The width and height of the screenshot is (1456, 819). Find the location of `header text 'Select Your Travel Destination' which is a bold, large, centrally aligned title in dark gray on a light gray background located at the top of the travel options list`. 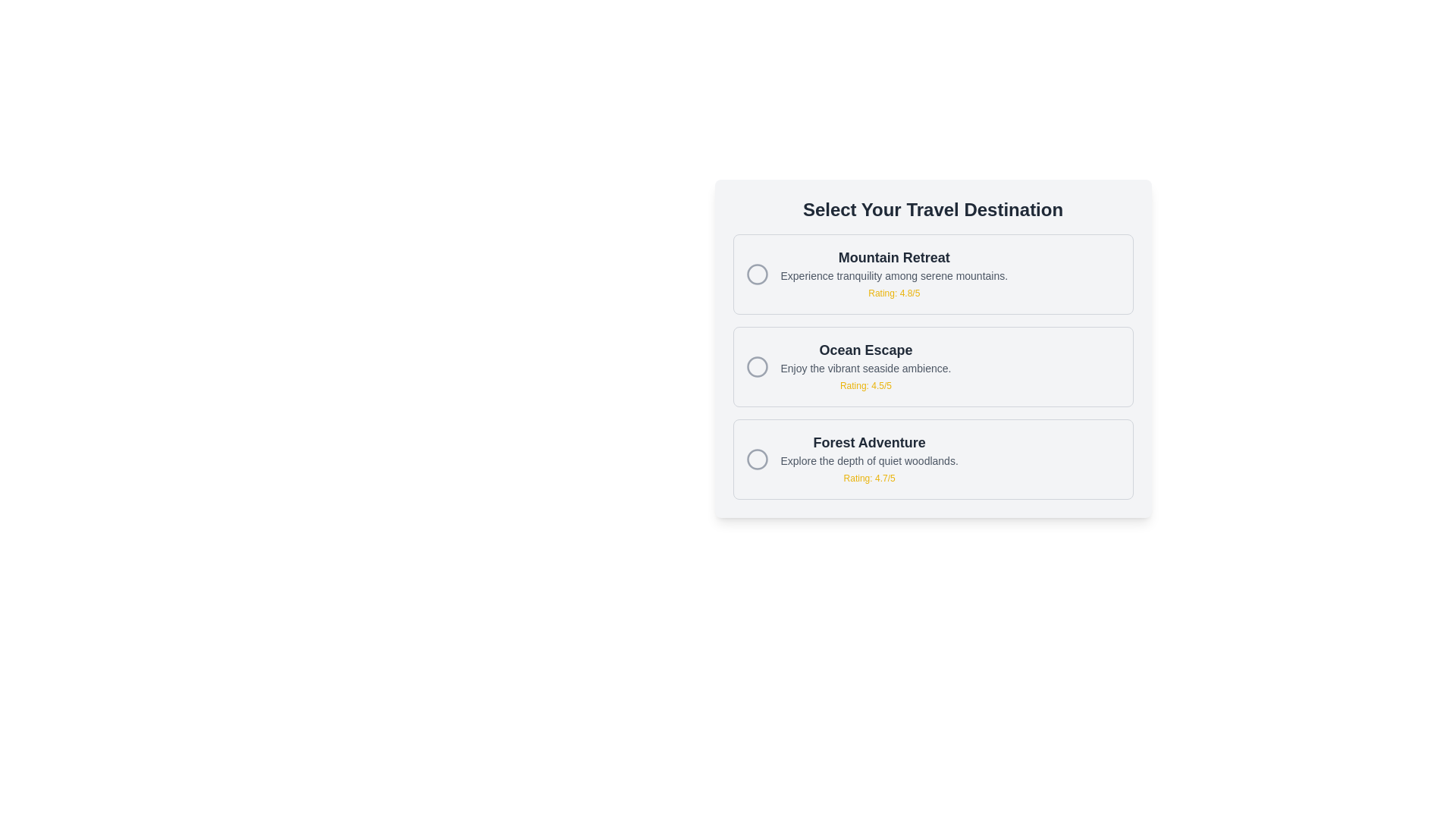

header text 'Select Your Travel Destination' which is a bold, large, centrally aligned title in dark gray on a light gray background located at the top of the travel options list is located at coordinates (932, 210).